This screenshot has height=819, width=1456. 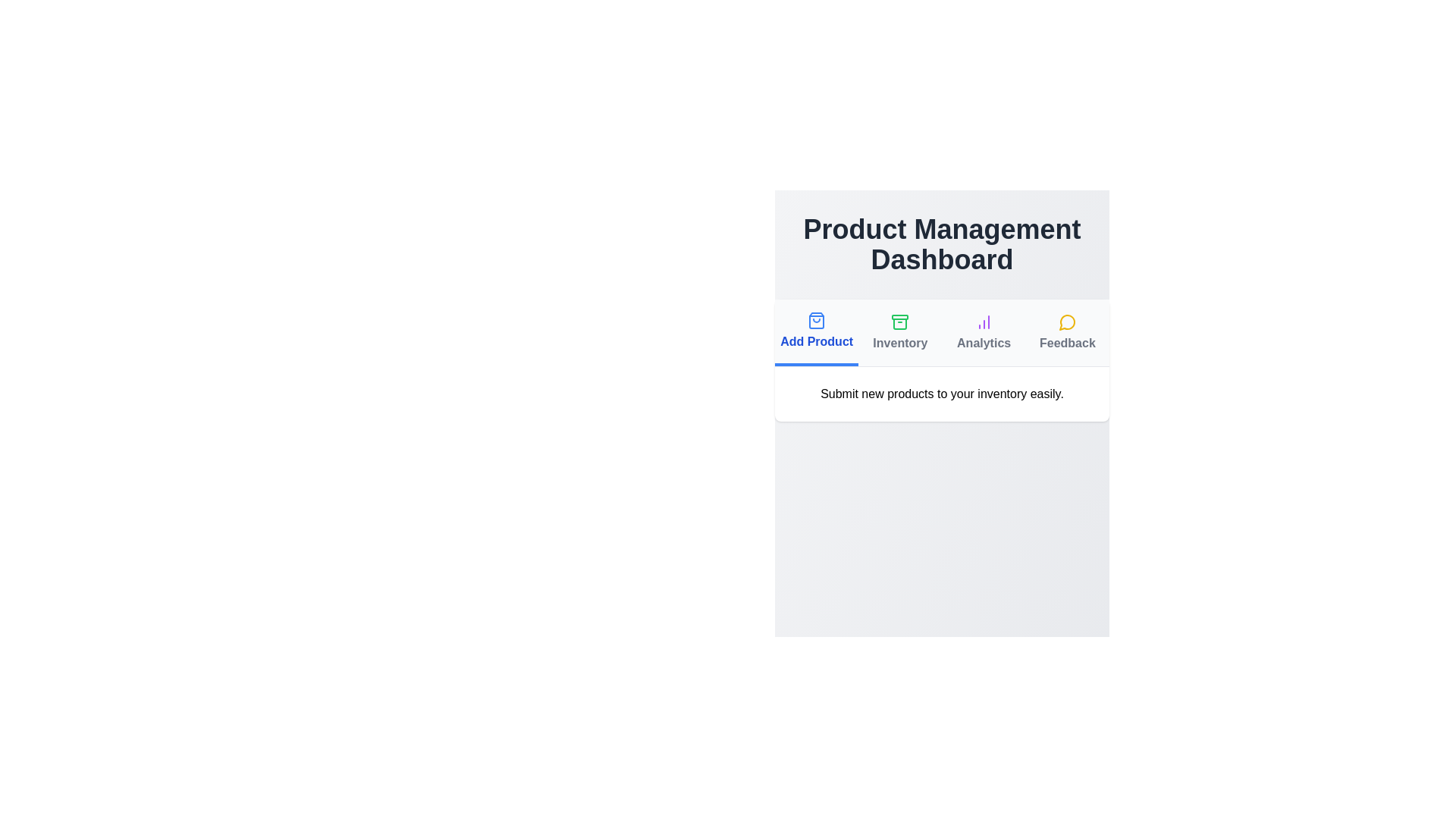 What do you see at coordinates (900, 332) in the screenshot?
I see `the Navigation Link for accessing the Inventory section, which is the second item in the horizontal navigation under 'Product Management Dashboard'` at bounding box center [900, 332].